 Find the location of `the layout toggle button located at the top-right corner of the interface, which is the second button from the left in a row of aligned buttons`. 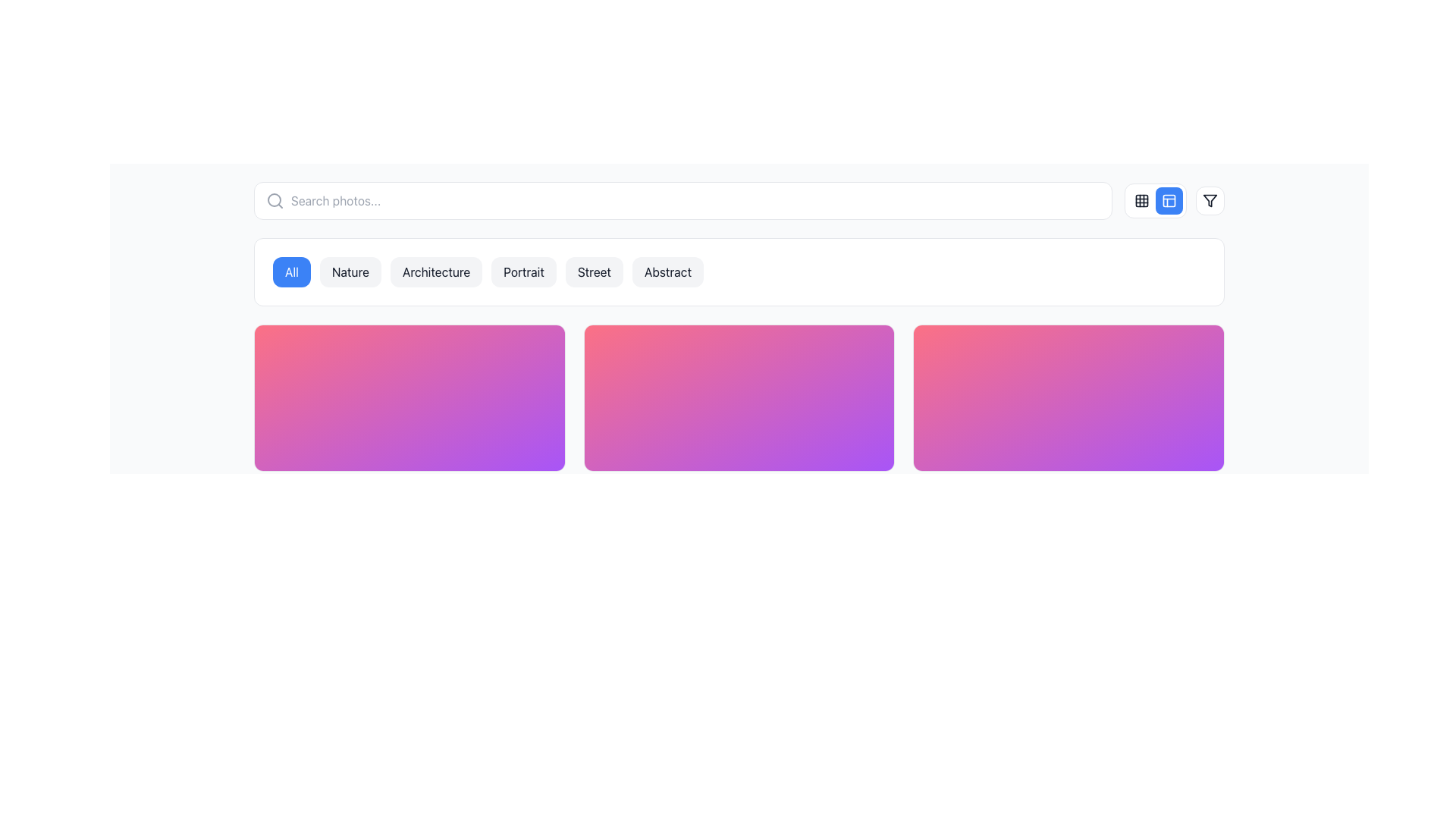

the layout toggle button located at the top-right corner of the interface, which is the second button from the left in a row of aligned buttons is located at coordinates (1154, 200).